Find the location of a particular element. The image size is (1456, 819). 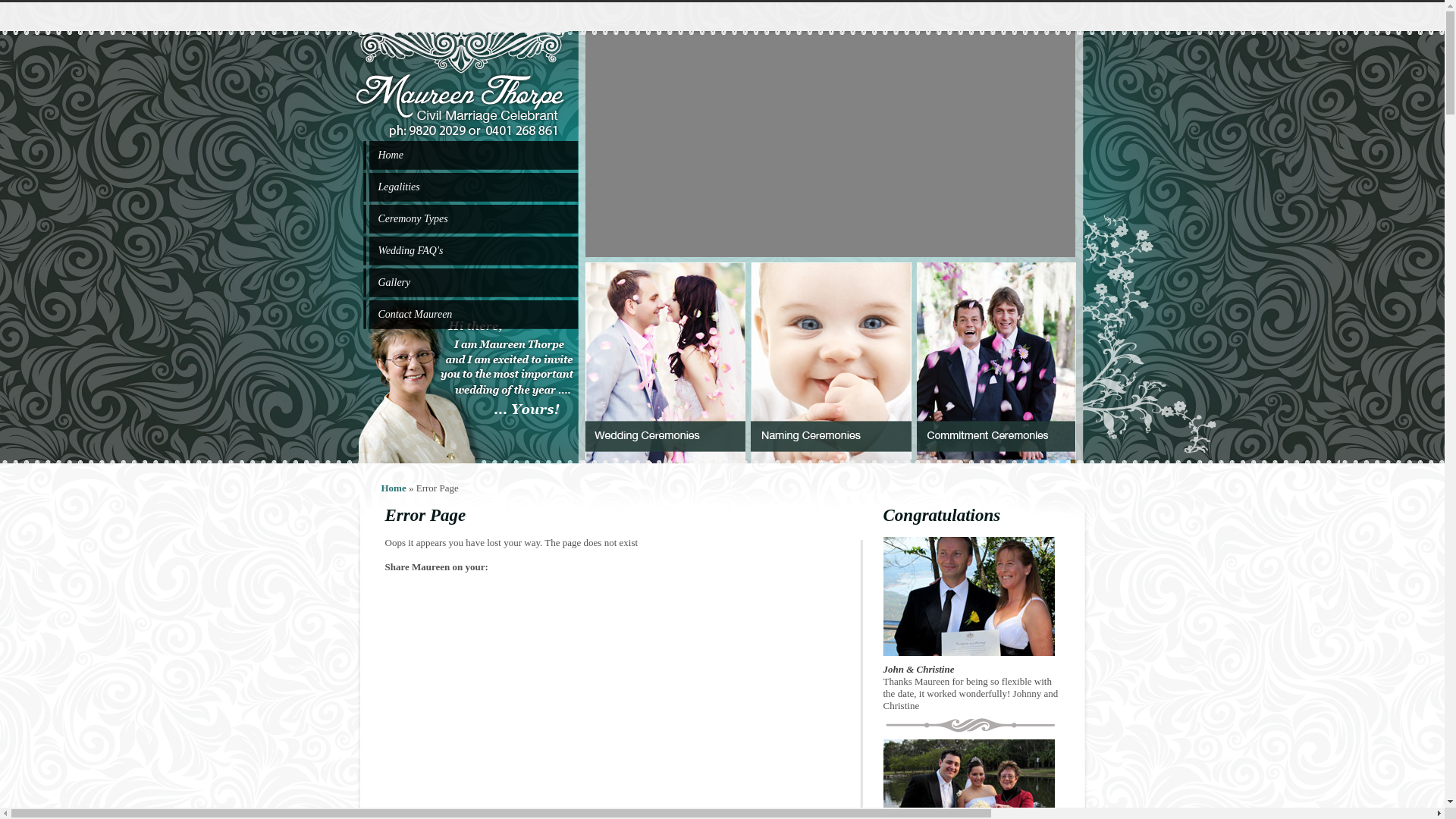

'Home' is located at coordinates (393, 488).